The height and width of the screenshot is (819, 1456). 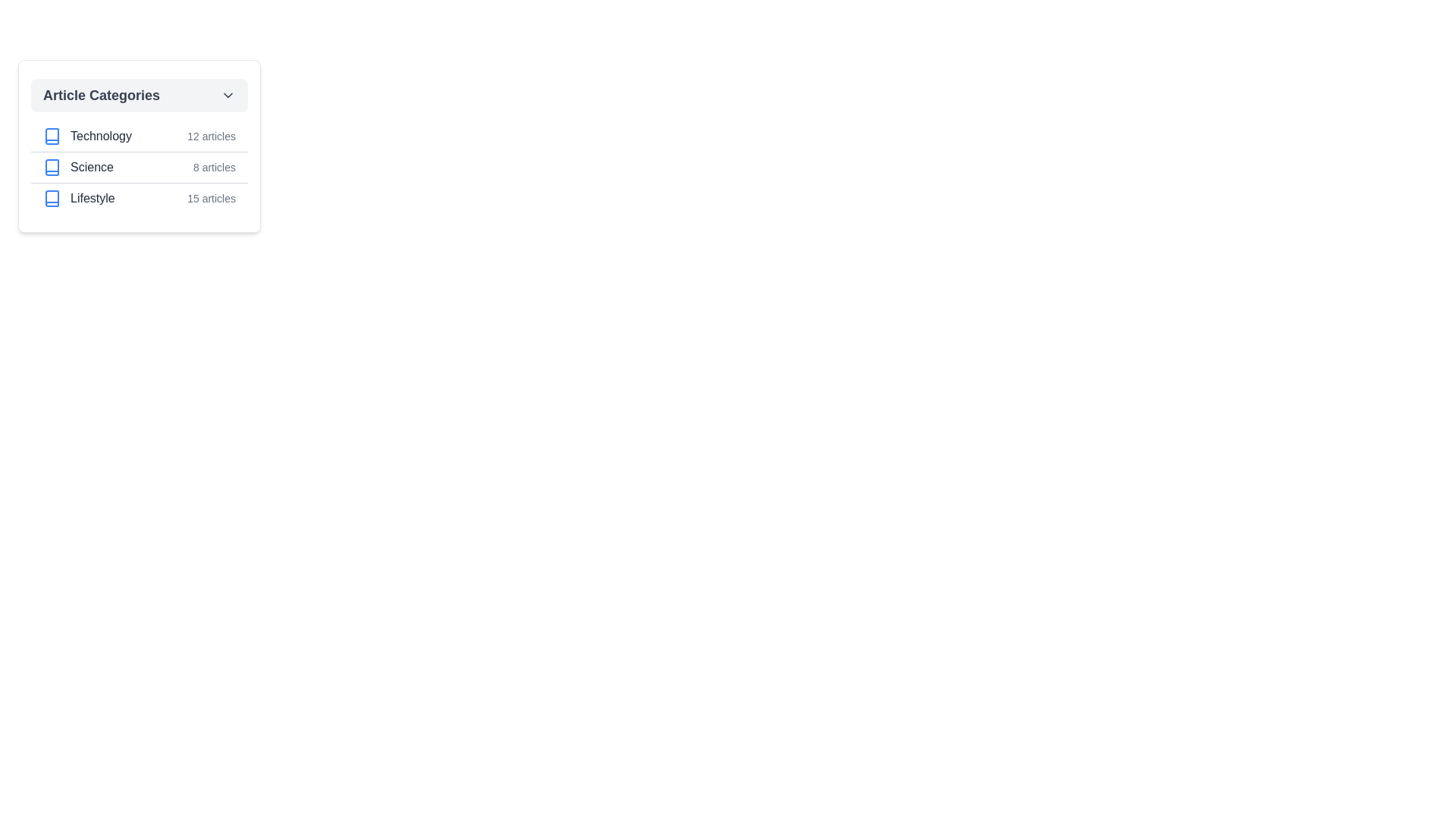 What do you see at coordinates (101, 96) in the screenshot?
I see `the static text label element displaying 'Article Categories', which is located at the top of a dropdown menu and styled in bold dark gray against a light gray background` at bounding box center [101, 96].